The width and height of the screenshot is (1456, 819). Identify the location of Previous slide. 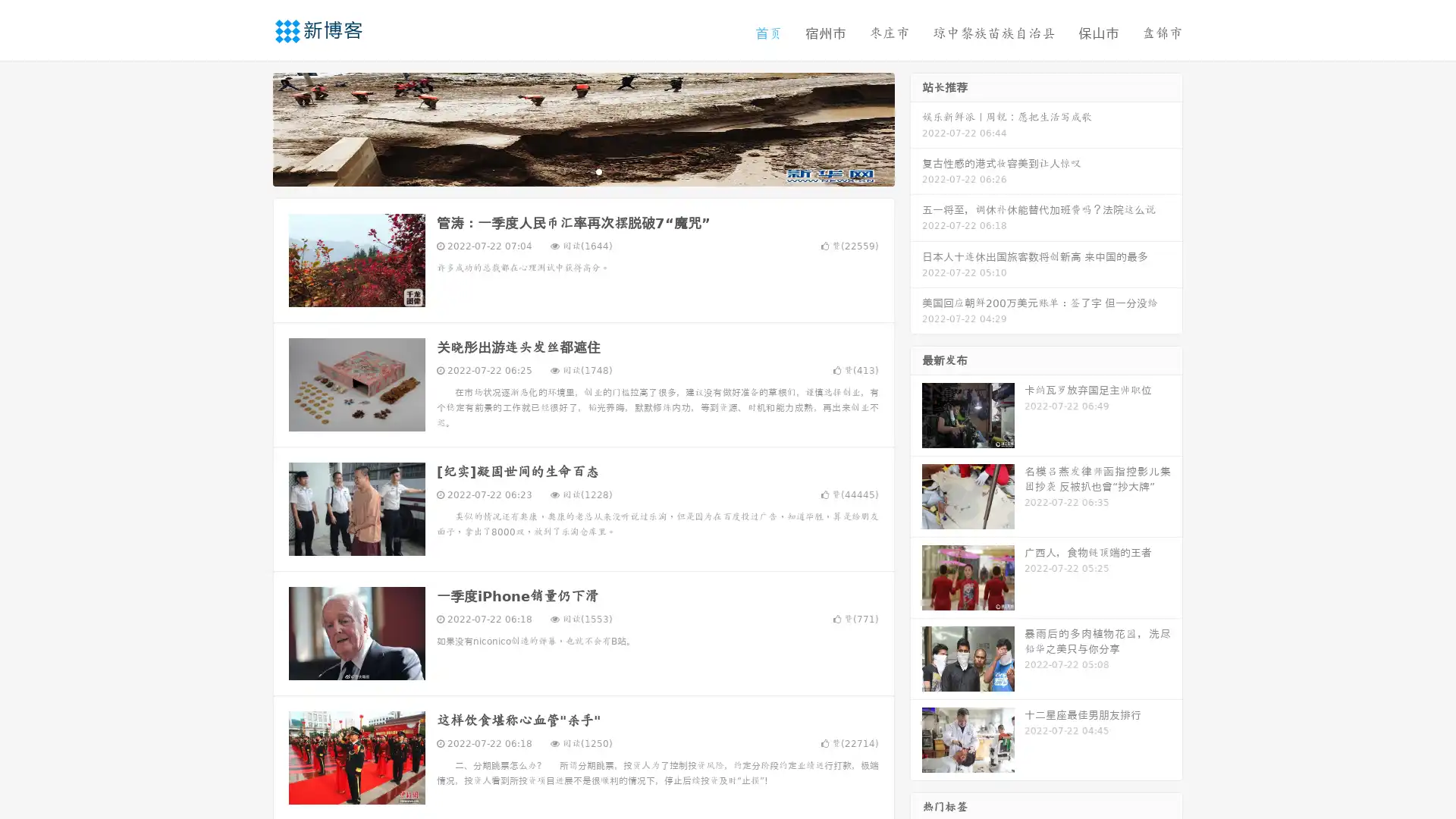
(250, 127).